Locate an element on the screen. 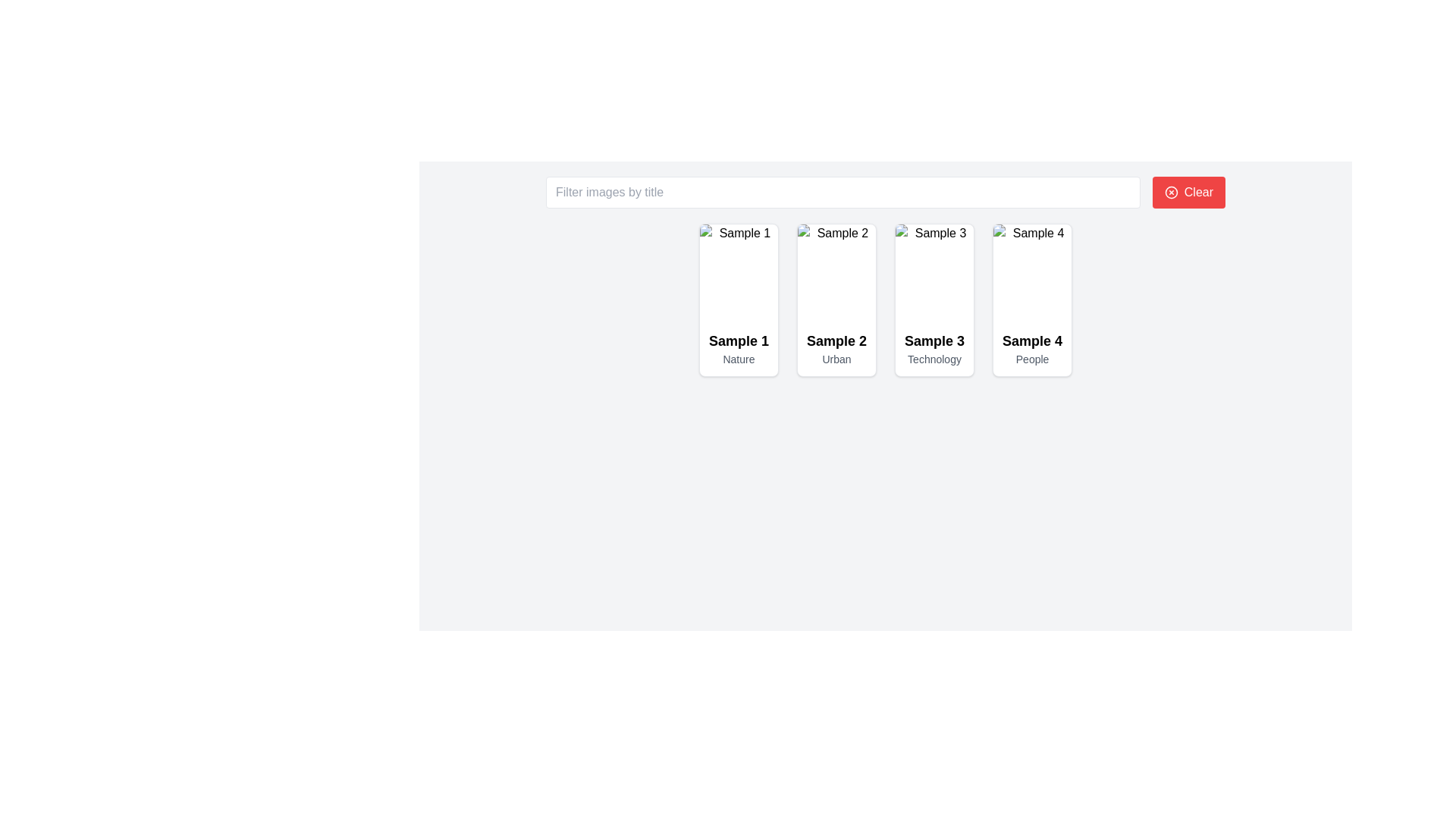 This screenshot has width=1456, height=819. the text label displaying 'Nature' is located at coordinates (739, 359).